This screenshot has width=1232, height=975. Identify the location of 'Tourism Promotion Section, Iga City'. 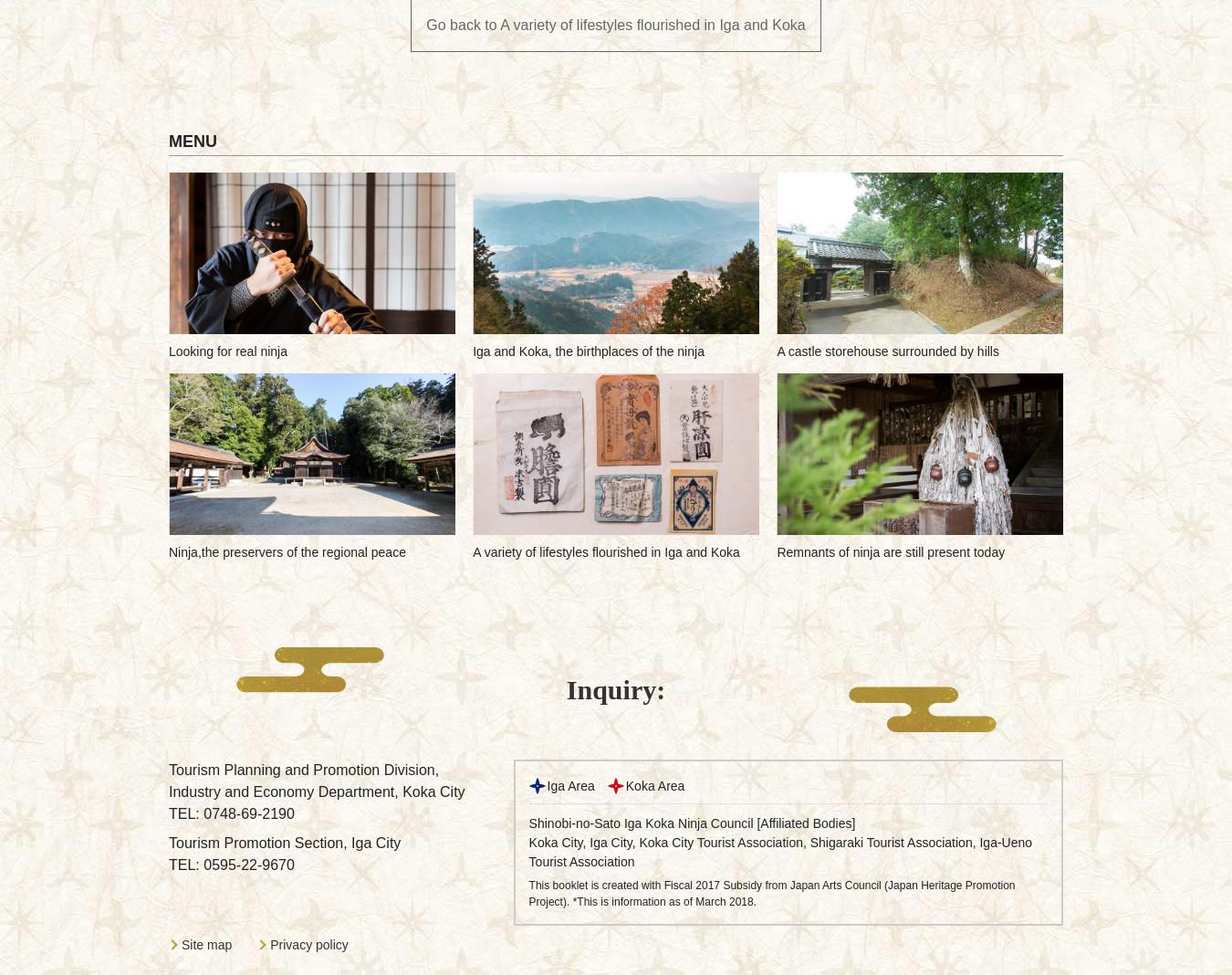
(283, 842).